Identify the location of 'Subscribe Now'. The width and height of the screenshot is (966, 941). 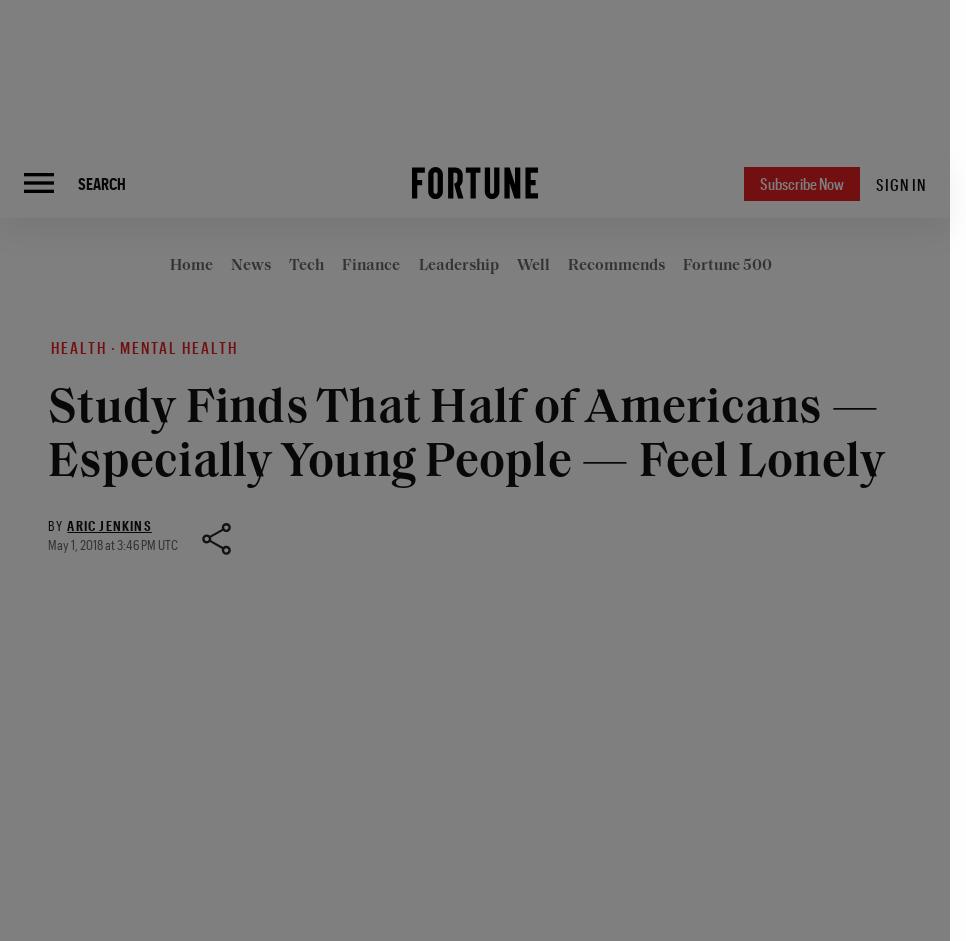
(801, 183).